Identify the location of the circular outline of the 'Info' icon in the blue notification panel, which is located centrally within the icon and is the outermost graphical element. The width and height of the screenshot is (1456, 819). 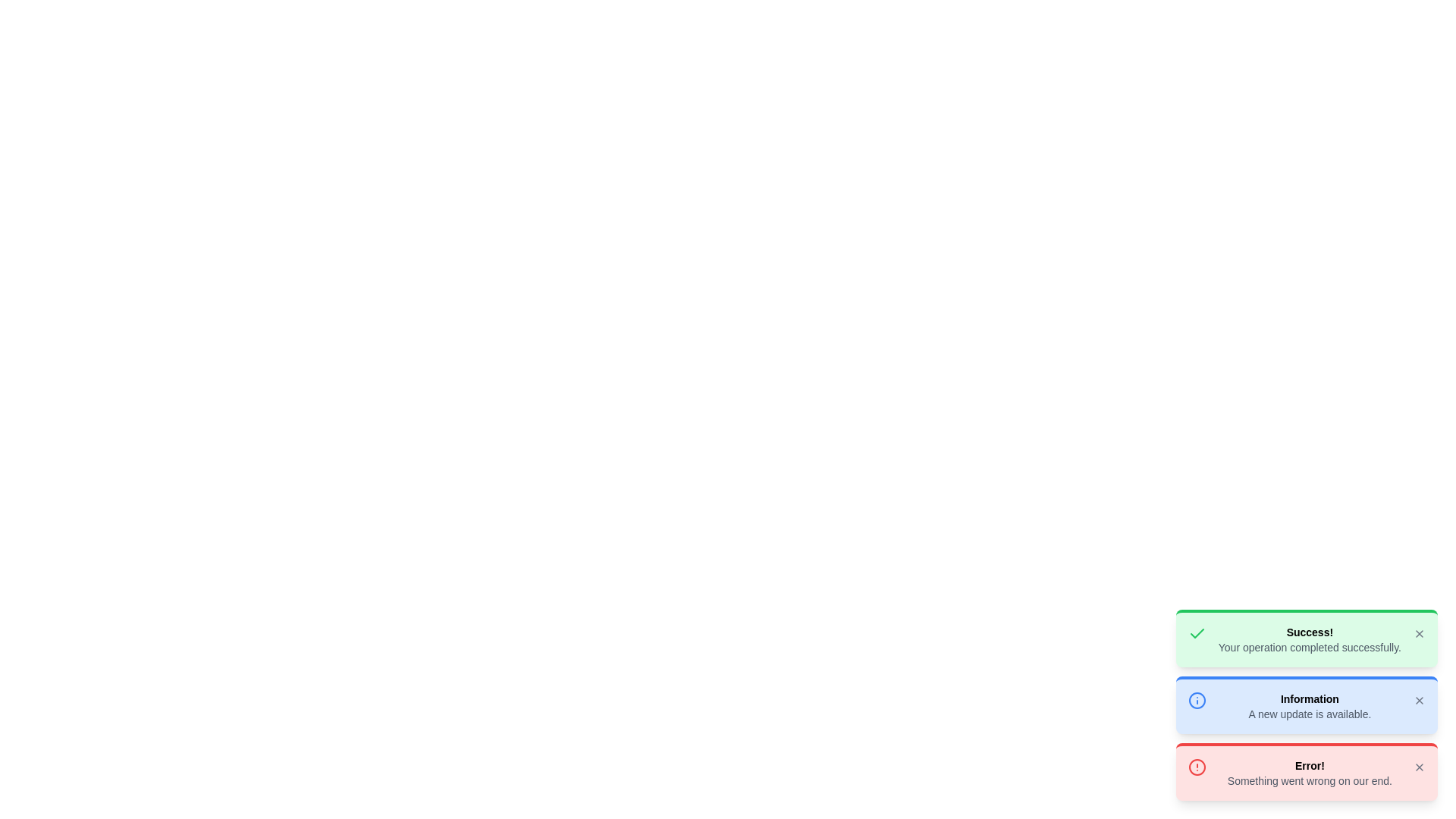
(1196, 701).